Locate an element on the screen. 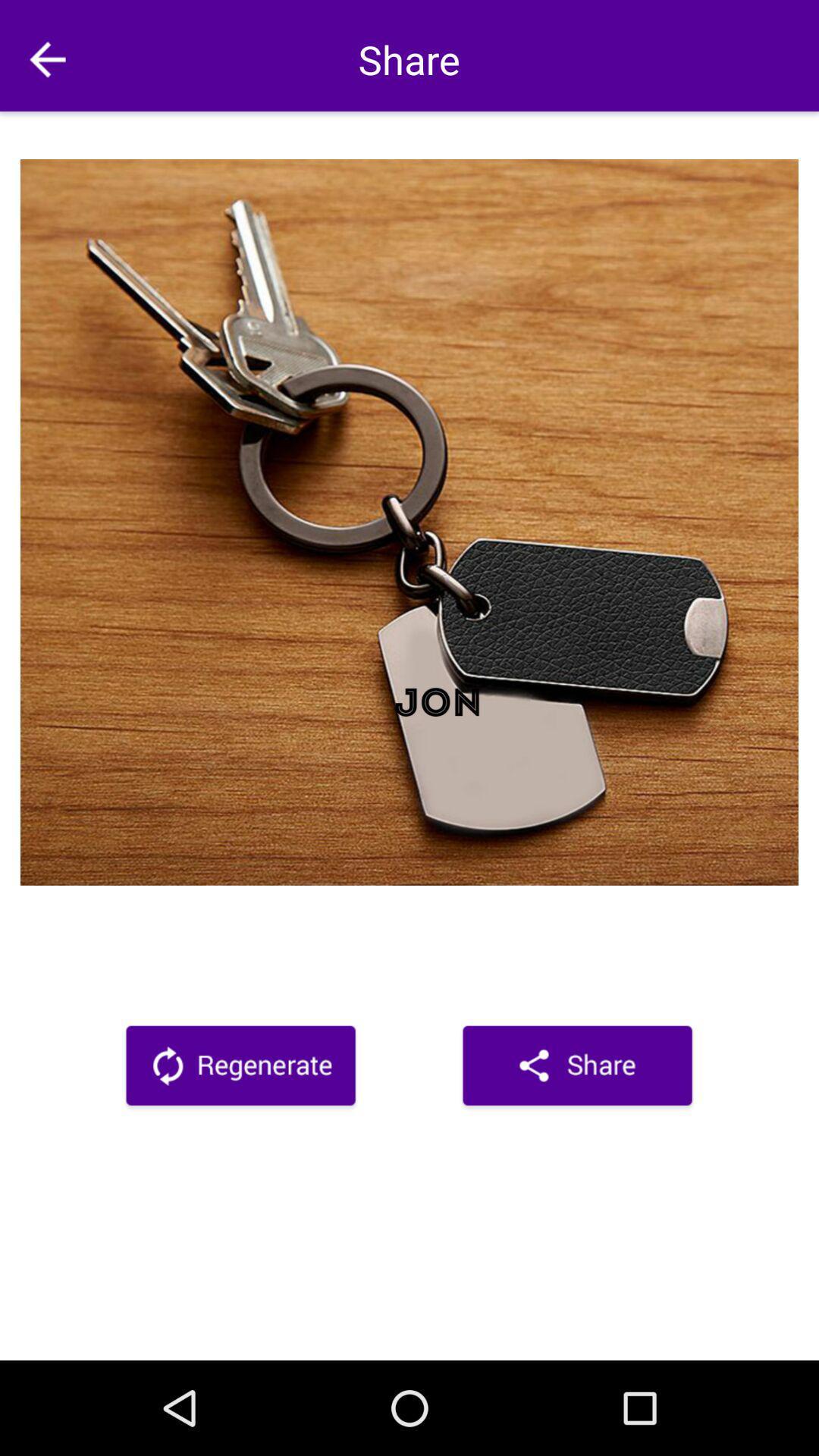 The image size is (819, 1456). previous is located at coordinates (46, 59).